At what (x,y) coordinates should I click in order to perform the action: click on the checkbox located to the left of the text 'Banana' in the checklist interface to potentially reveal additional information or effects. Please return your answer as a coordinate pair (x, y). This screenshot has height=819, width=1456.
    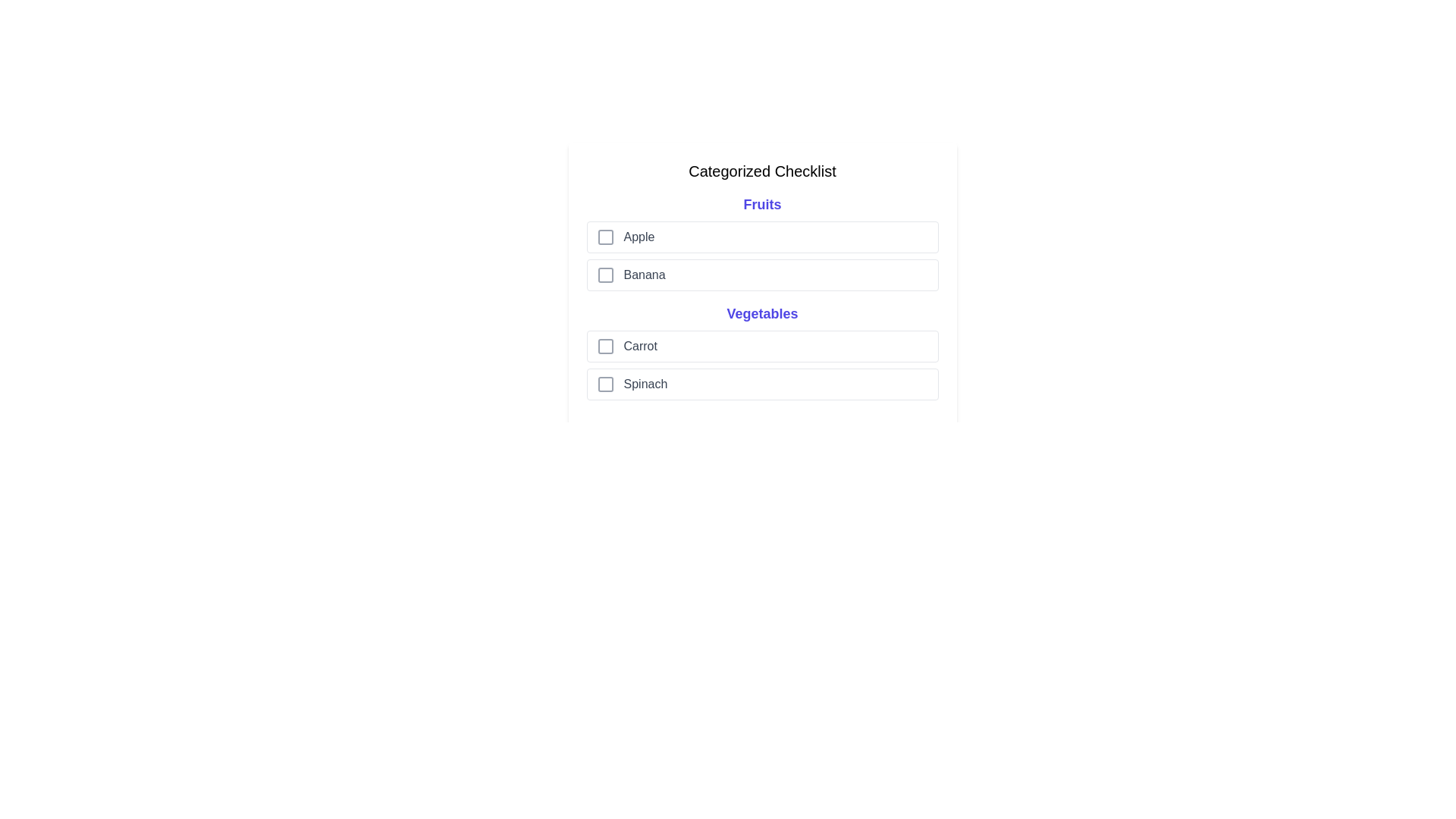
    Looking at the image, I should click on (604, 275).